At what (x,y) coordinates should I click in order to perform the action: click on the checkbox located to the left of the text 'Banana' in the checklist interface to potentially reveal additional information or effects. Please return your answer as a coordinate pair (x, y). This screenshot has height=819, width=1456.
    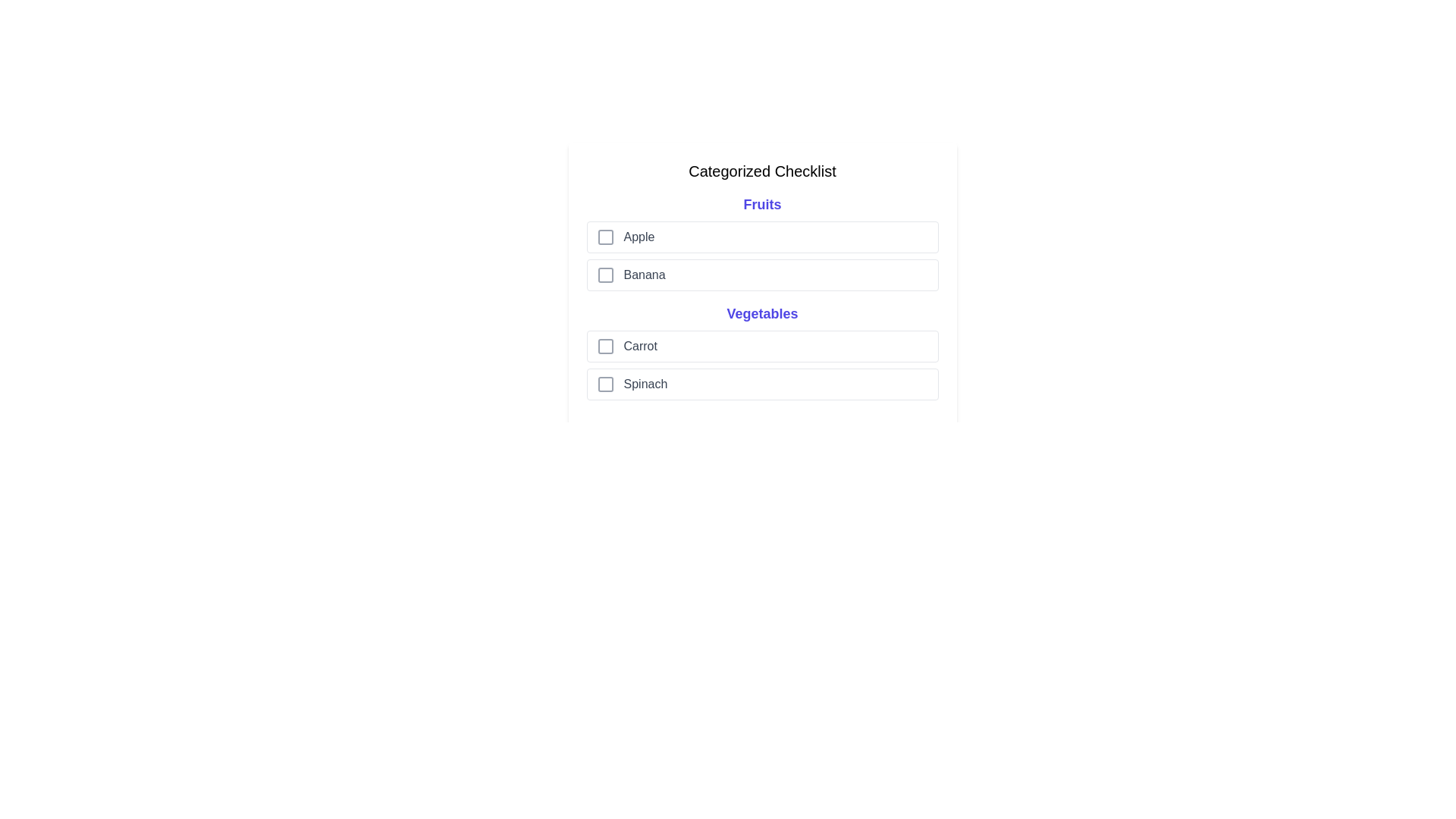
    Looking at the image, I should click on (604, 275).